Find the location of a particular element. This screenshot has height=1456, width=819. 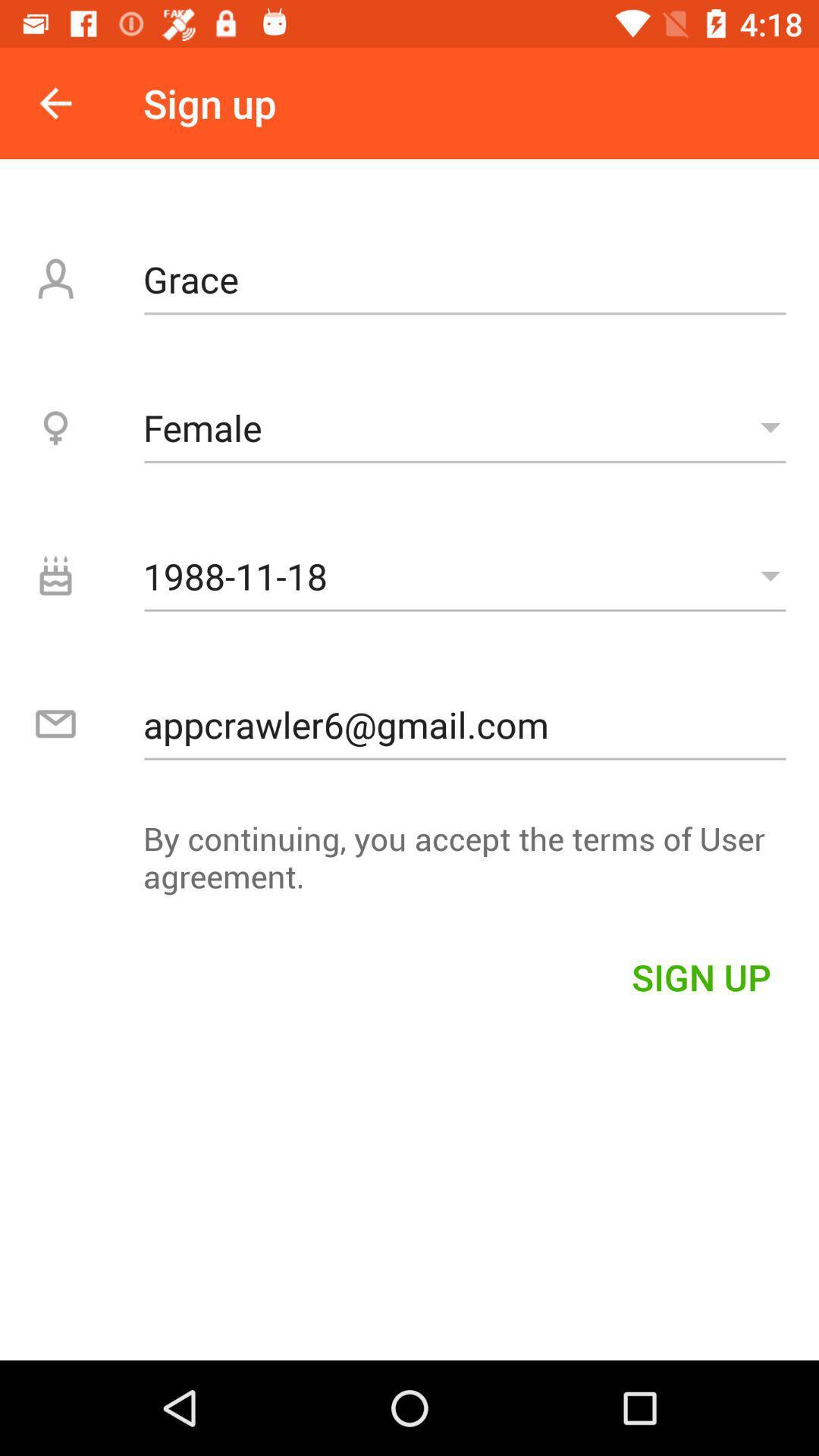

grace item is located at coordinates (464, 279).